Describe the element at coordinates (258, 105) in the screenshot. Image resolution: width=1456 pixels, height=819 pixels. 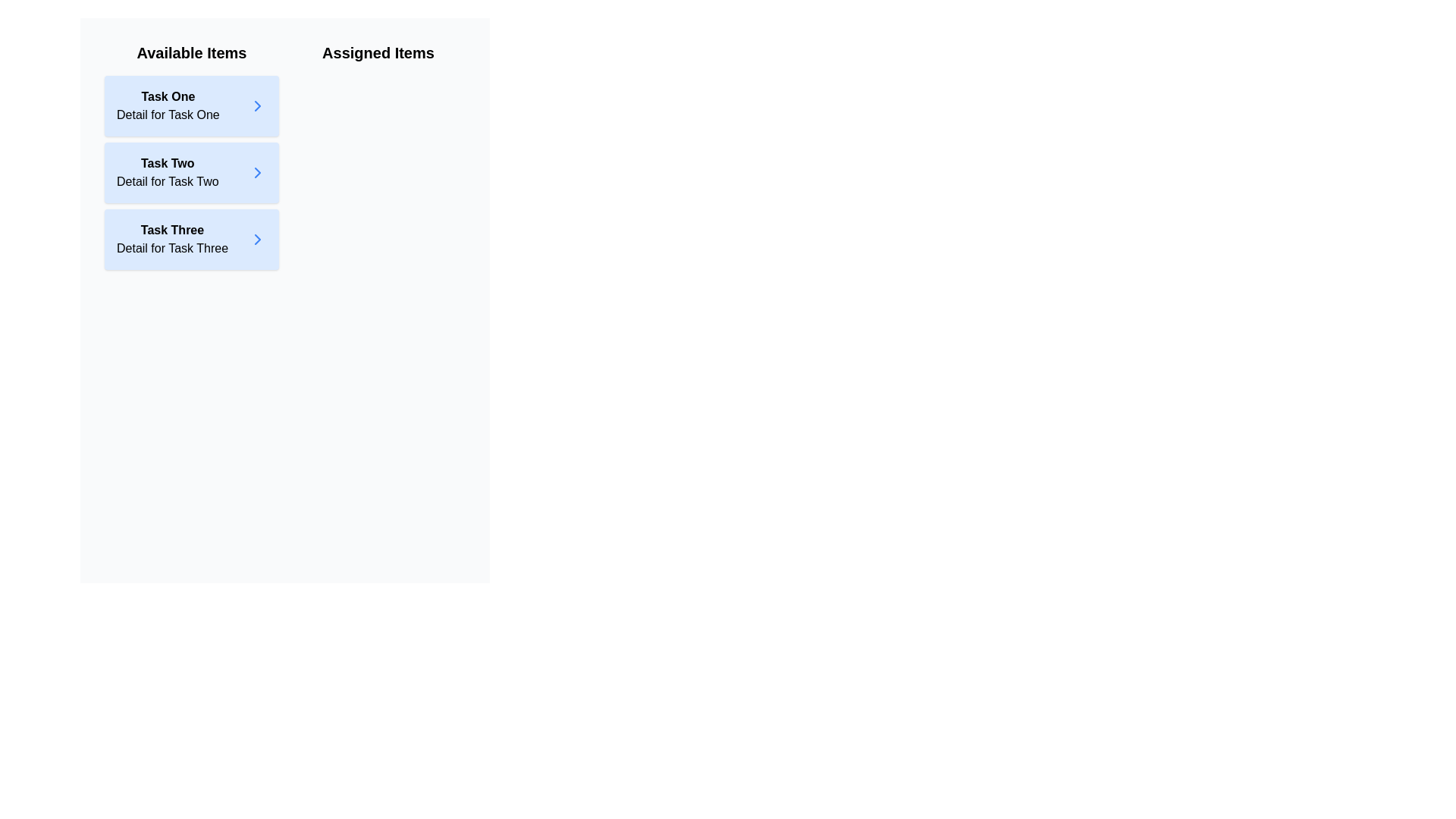
I see `right arrow icon next to the item 'Task One' in the 'Available Items' list to move it to the 'Assigned Items' list` at that location.